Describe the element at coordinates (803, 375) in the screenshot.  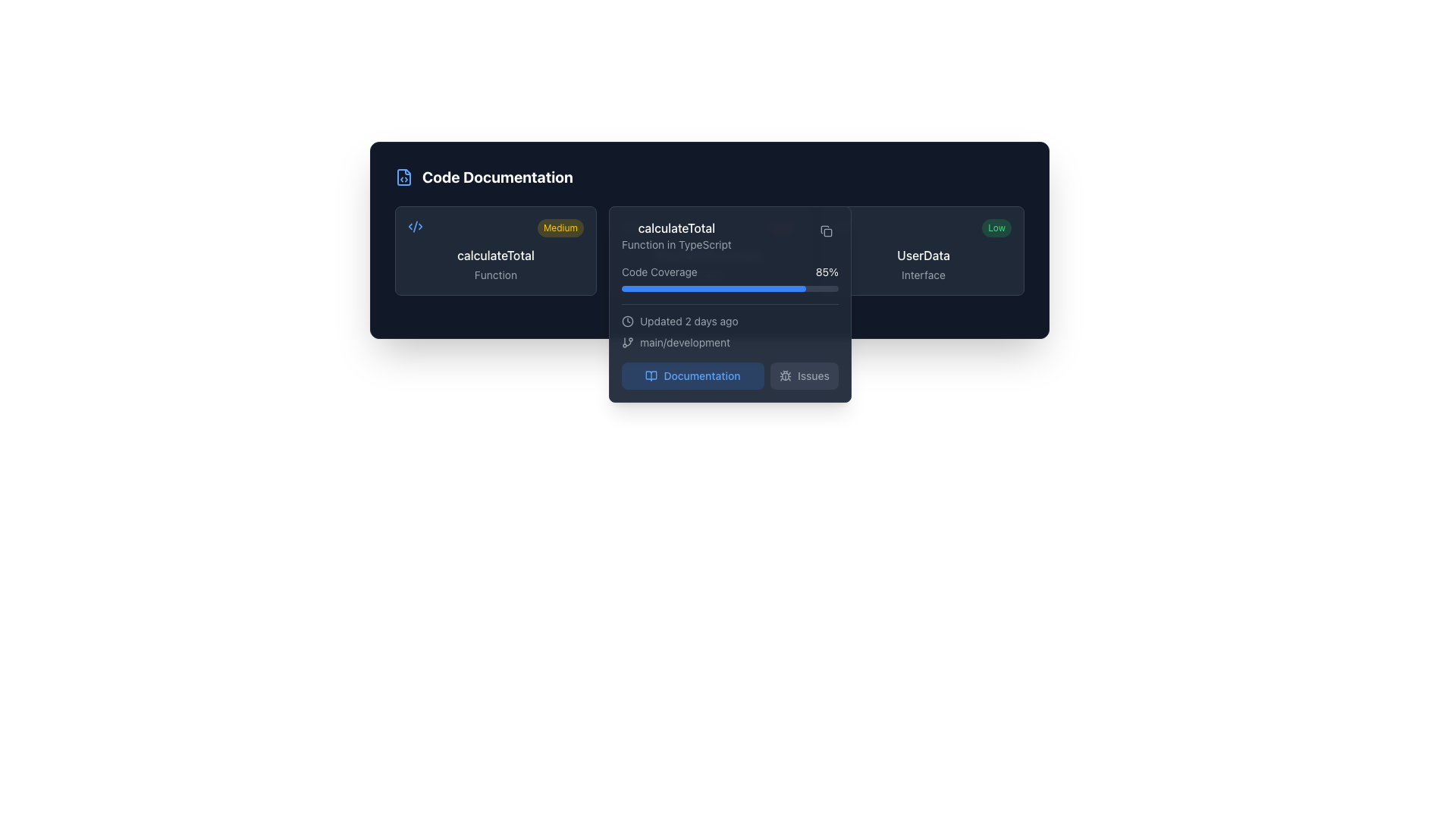
I see `the button on the right side of the row, which is labeled as the second button` at that location.